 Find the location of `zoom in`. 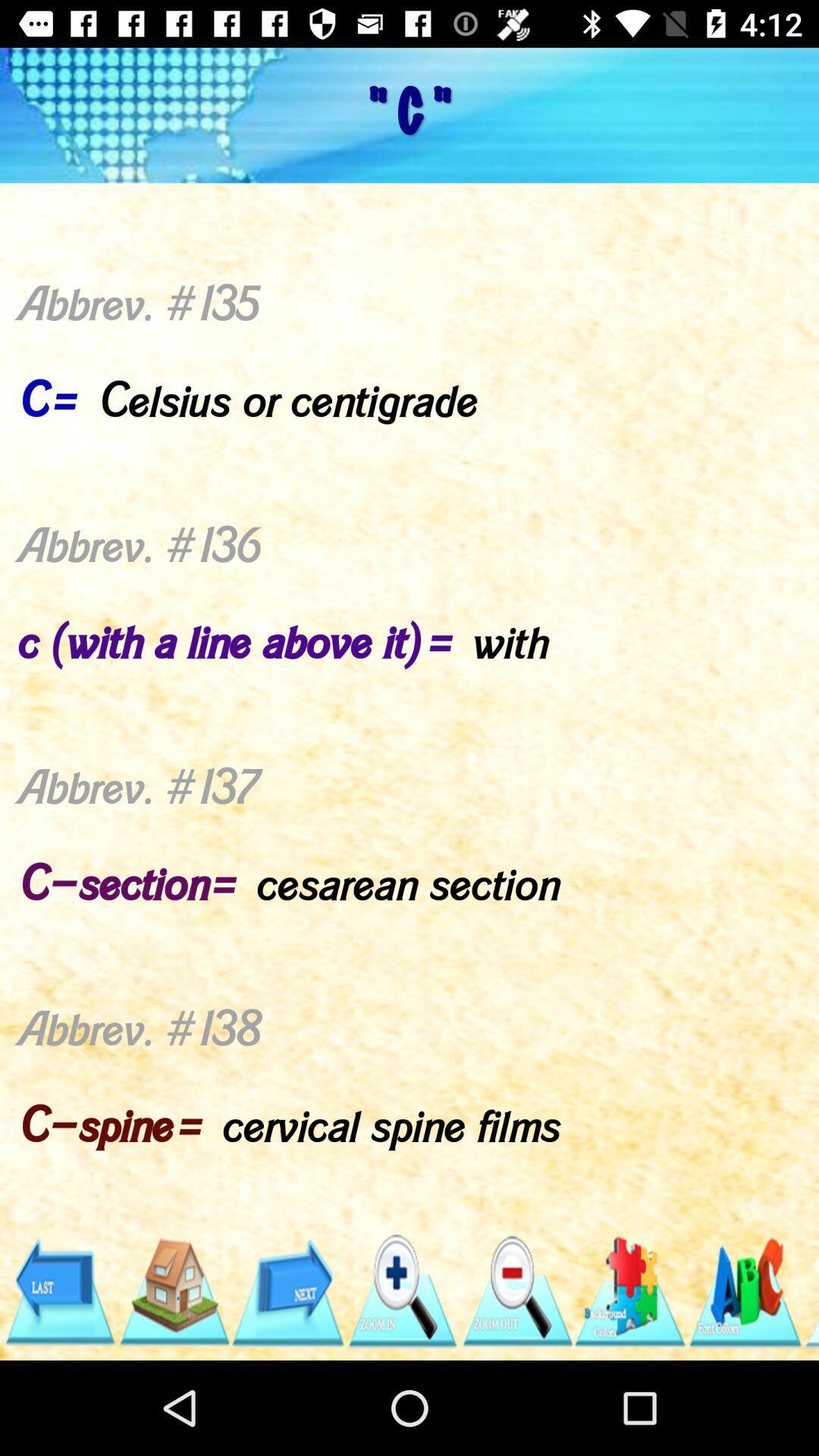

zoom in is located at coordinates (401, 1291).